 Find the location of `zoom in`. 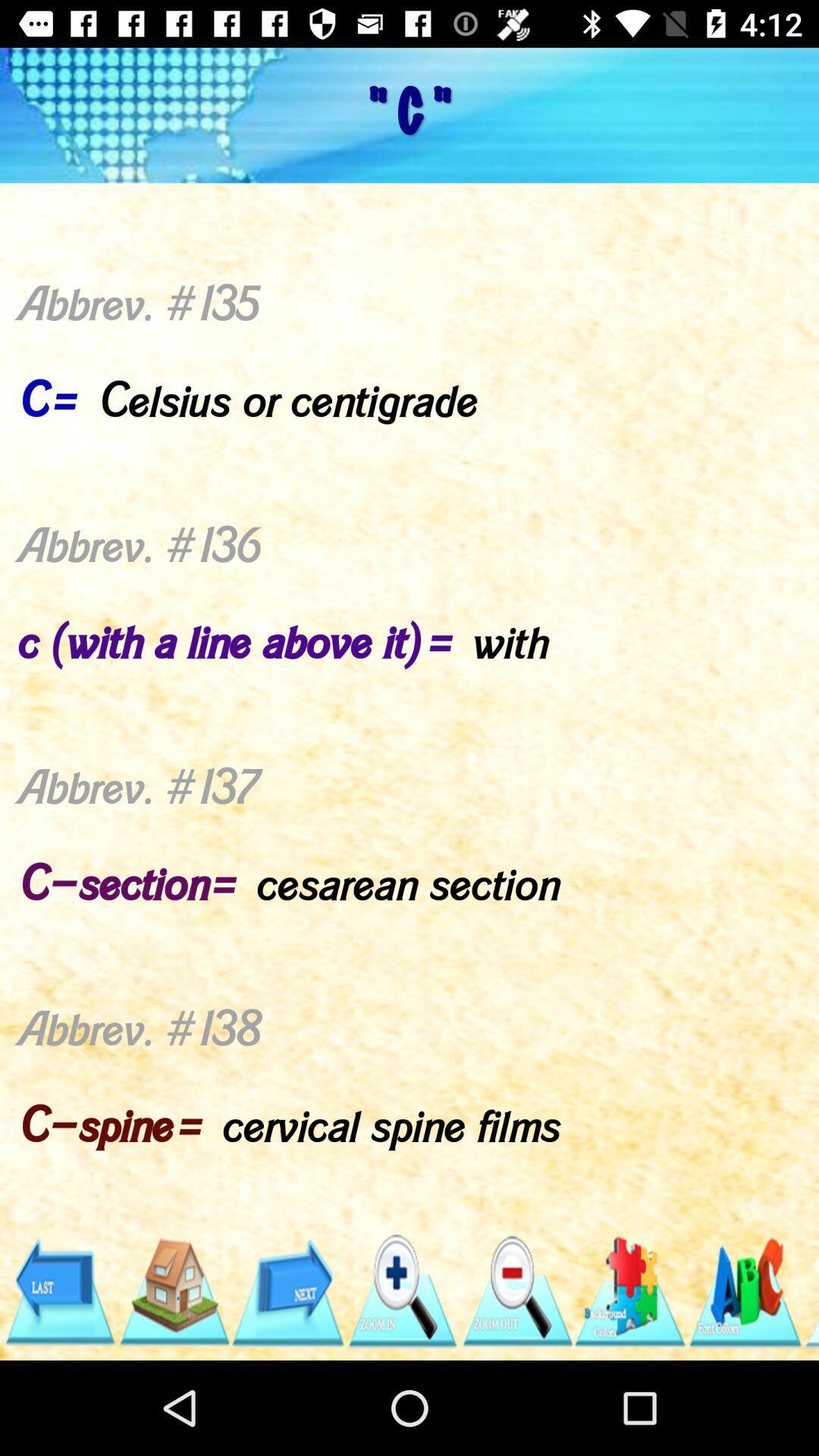

zoom in is located at coordinates (401, 1291).